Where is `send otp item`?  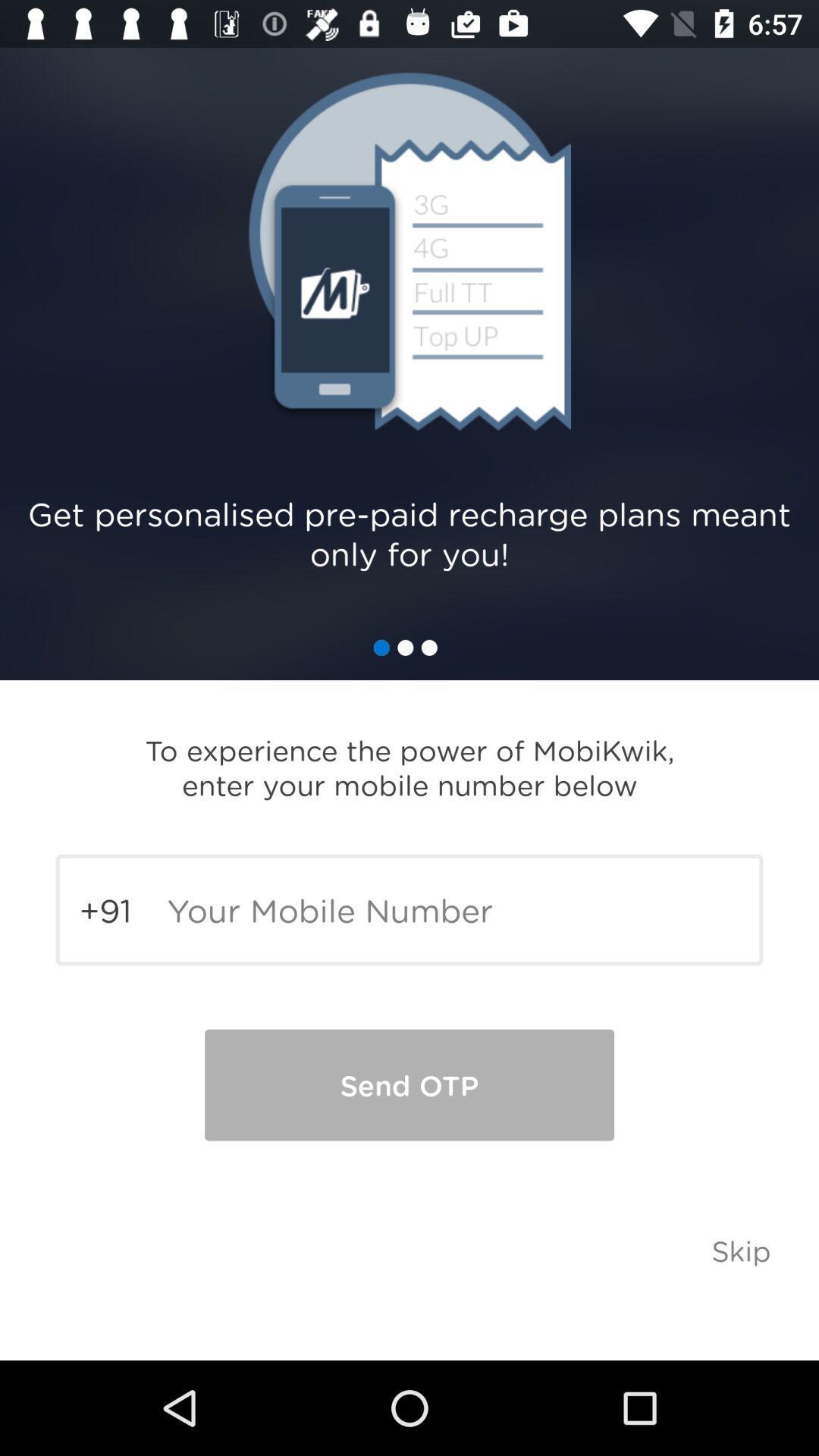
send otp item is located at coordinates (409, 1084).